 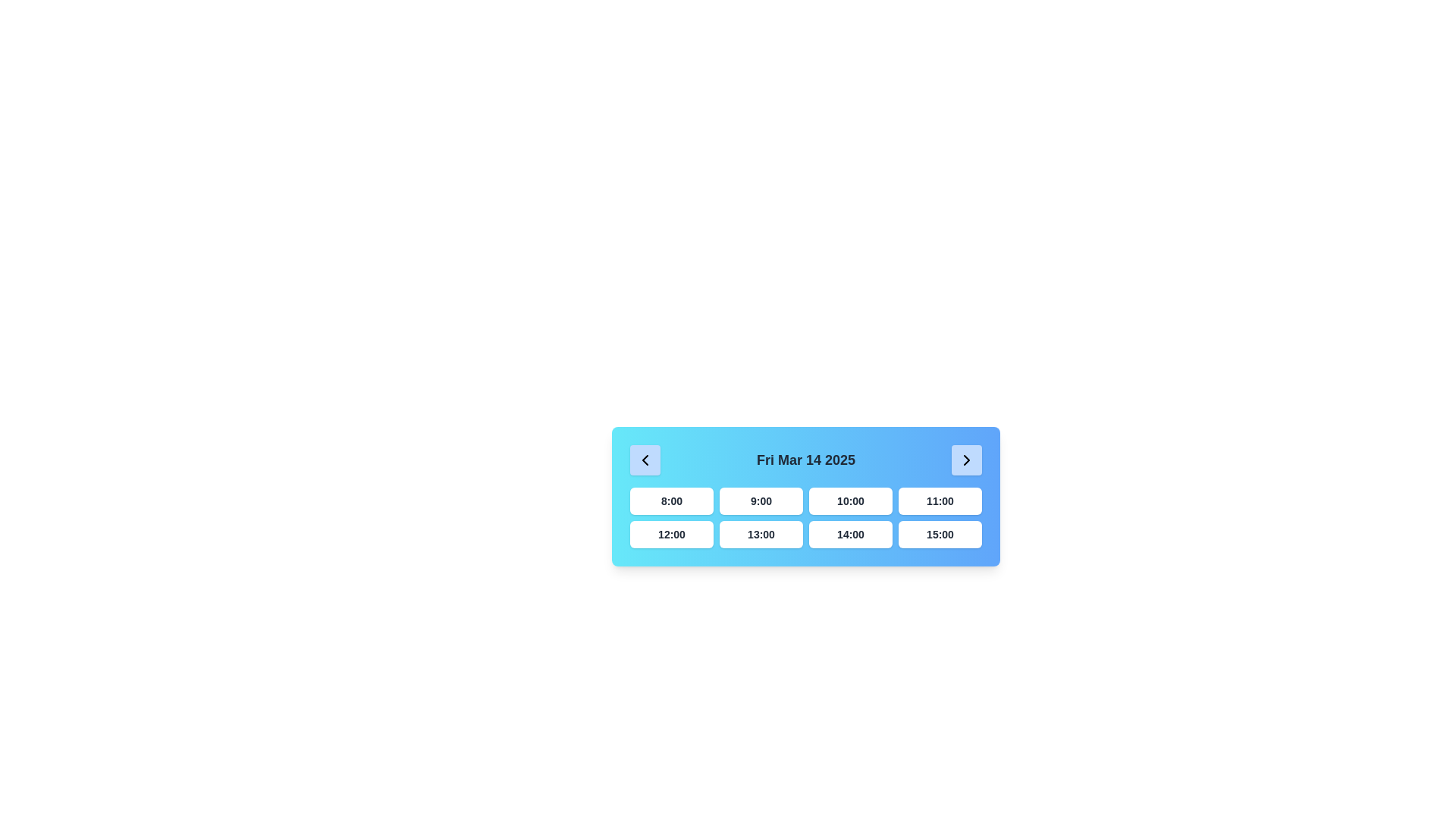 I want to click on the 'previous' button located to the left of the date label 'Fri Mar 14 2025', so click(x=645, y=459).